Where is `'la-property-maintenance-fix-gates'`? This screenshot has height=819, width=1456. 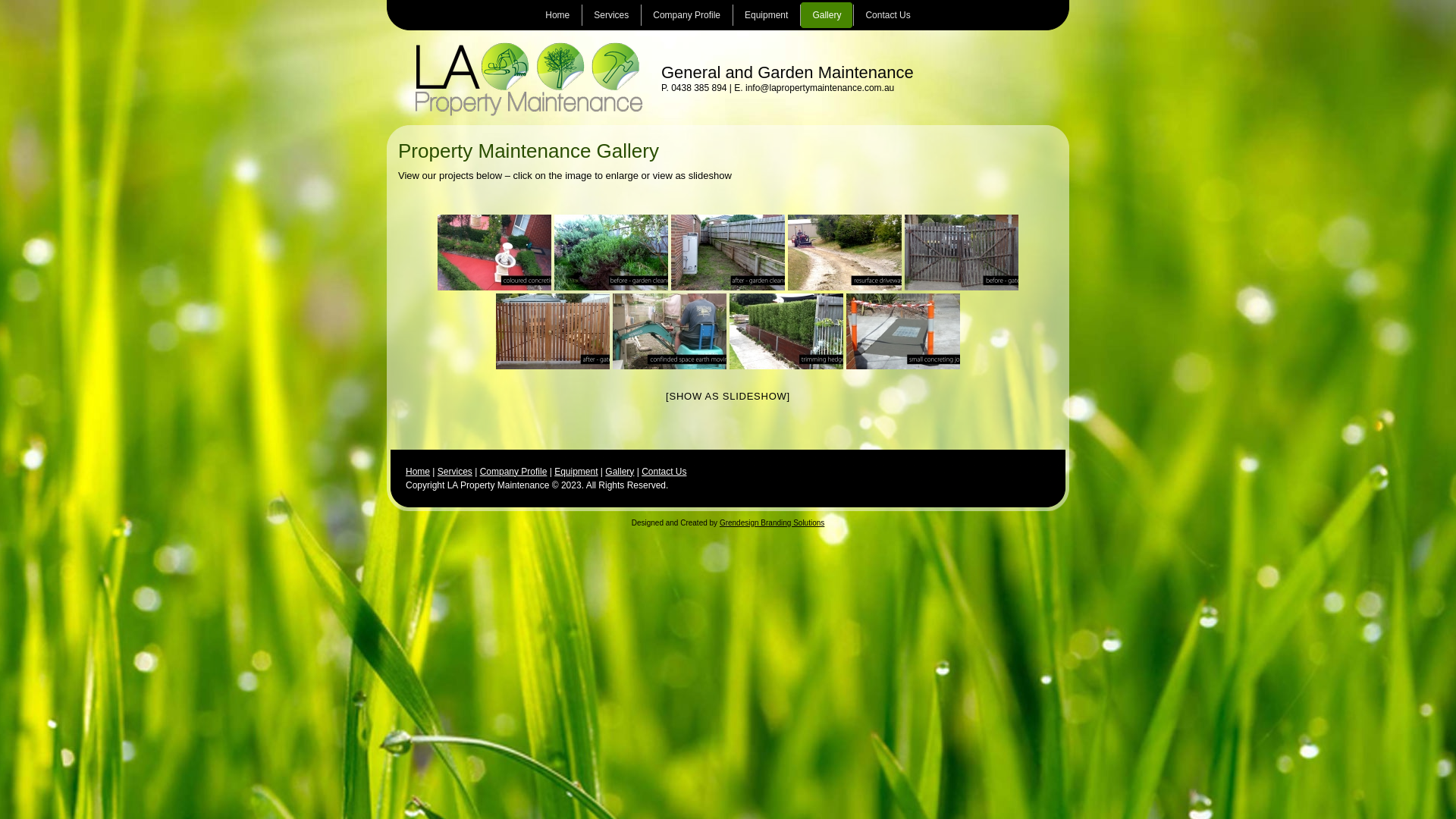
'la-property-maintenance-fix-gates' is located at coordinates (960, 251).